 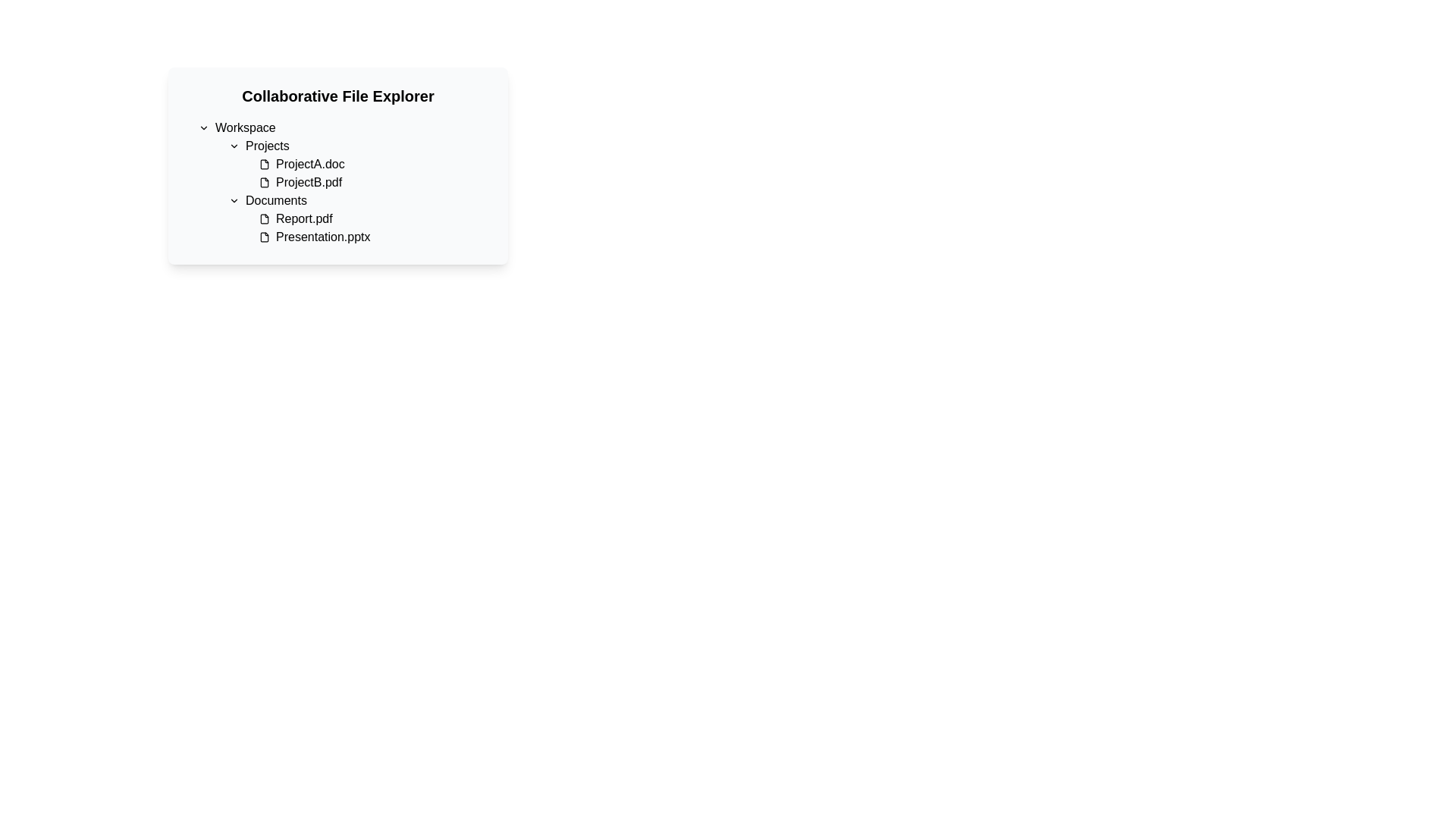 What do you see at coordinates (352, 191) in the screenshot?
I see `a folder or file by clicking on its name in the hierarchical list view located in the 'Workspace' section of the file explorer interface` at bounding box center [352, 191].